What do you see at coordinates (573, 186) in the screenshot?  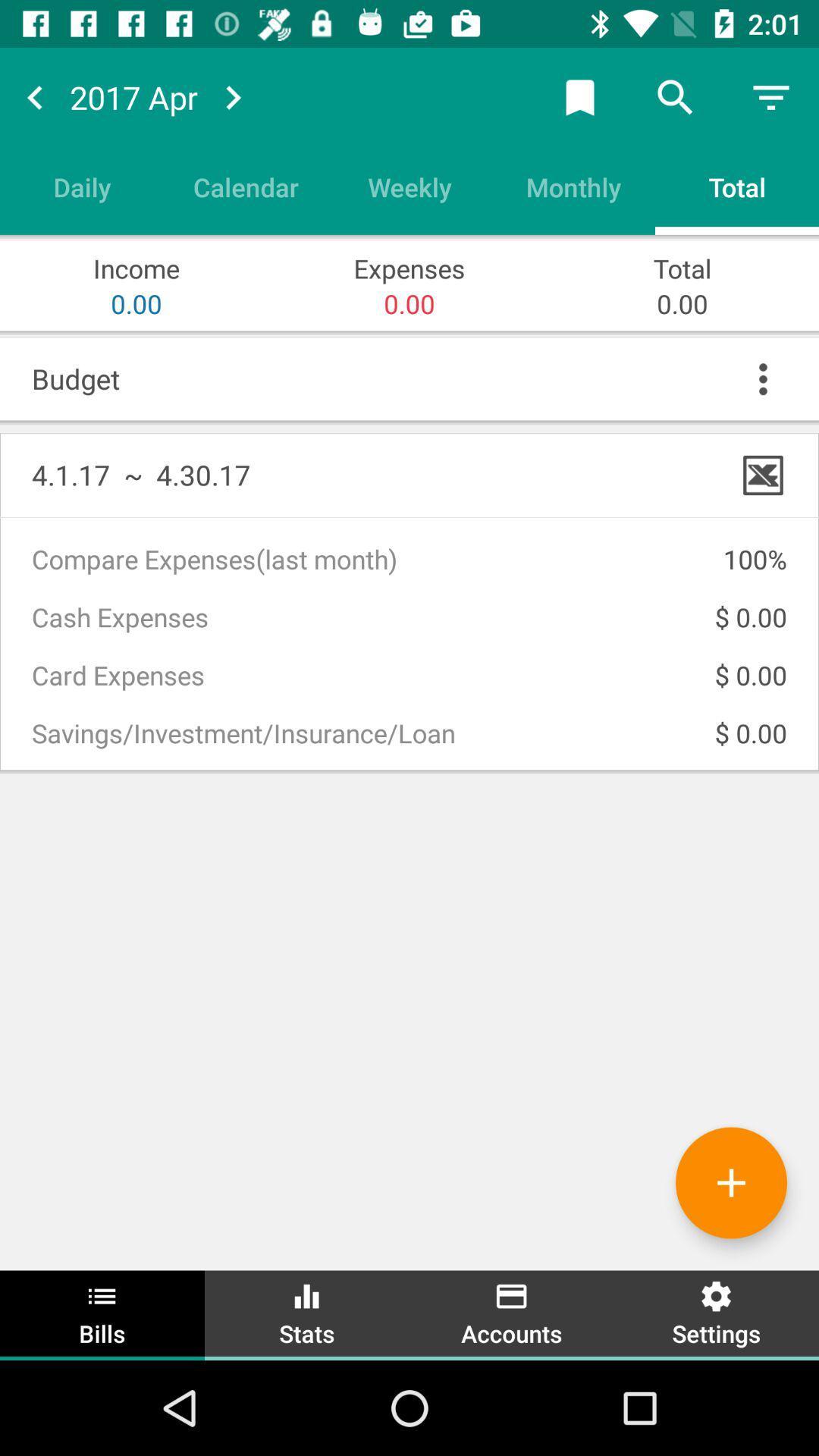 I see `monthly` at bounding box center [573, 186].